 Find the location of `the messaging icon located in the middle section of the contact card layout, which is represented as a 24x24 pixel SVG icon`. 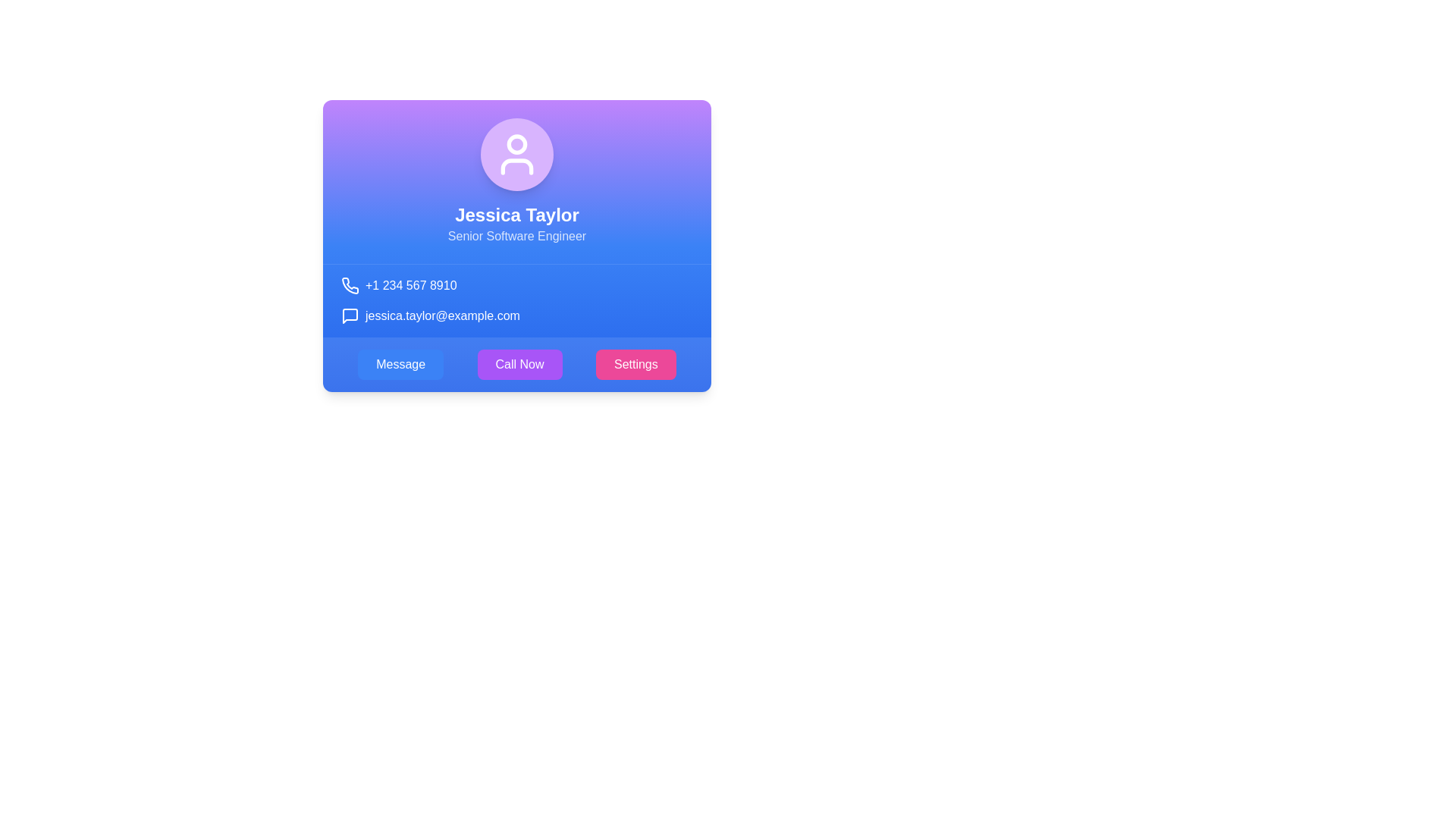

the messaging icon located in the middle section of the contact card layout, which is represented as a 24x24 pixel SVG icon is located at coordinates (349, 315).